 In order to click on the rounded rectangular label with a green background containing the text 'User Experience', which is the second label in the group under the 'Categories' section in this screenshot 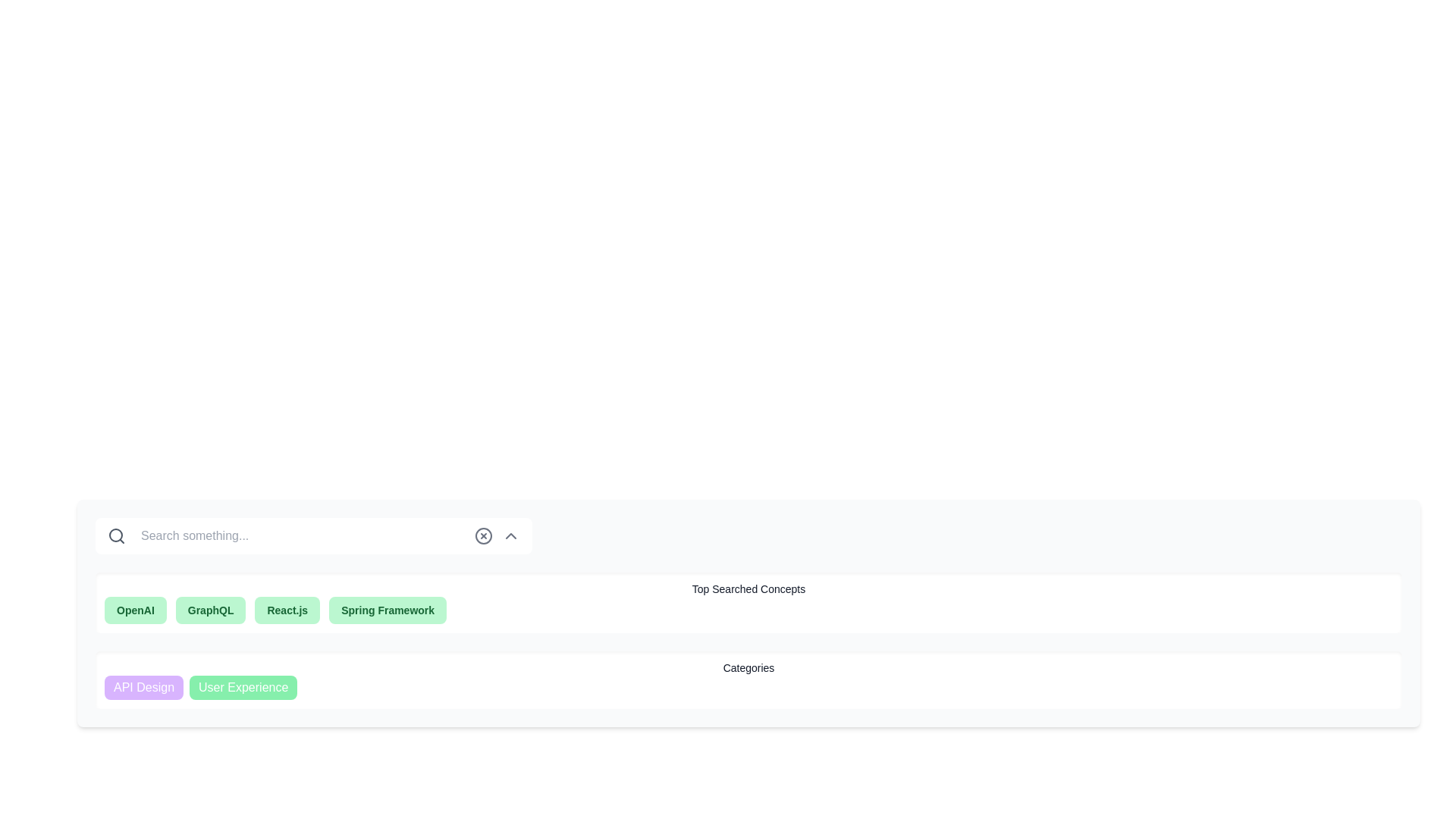, I will do `click(243, 687)`.